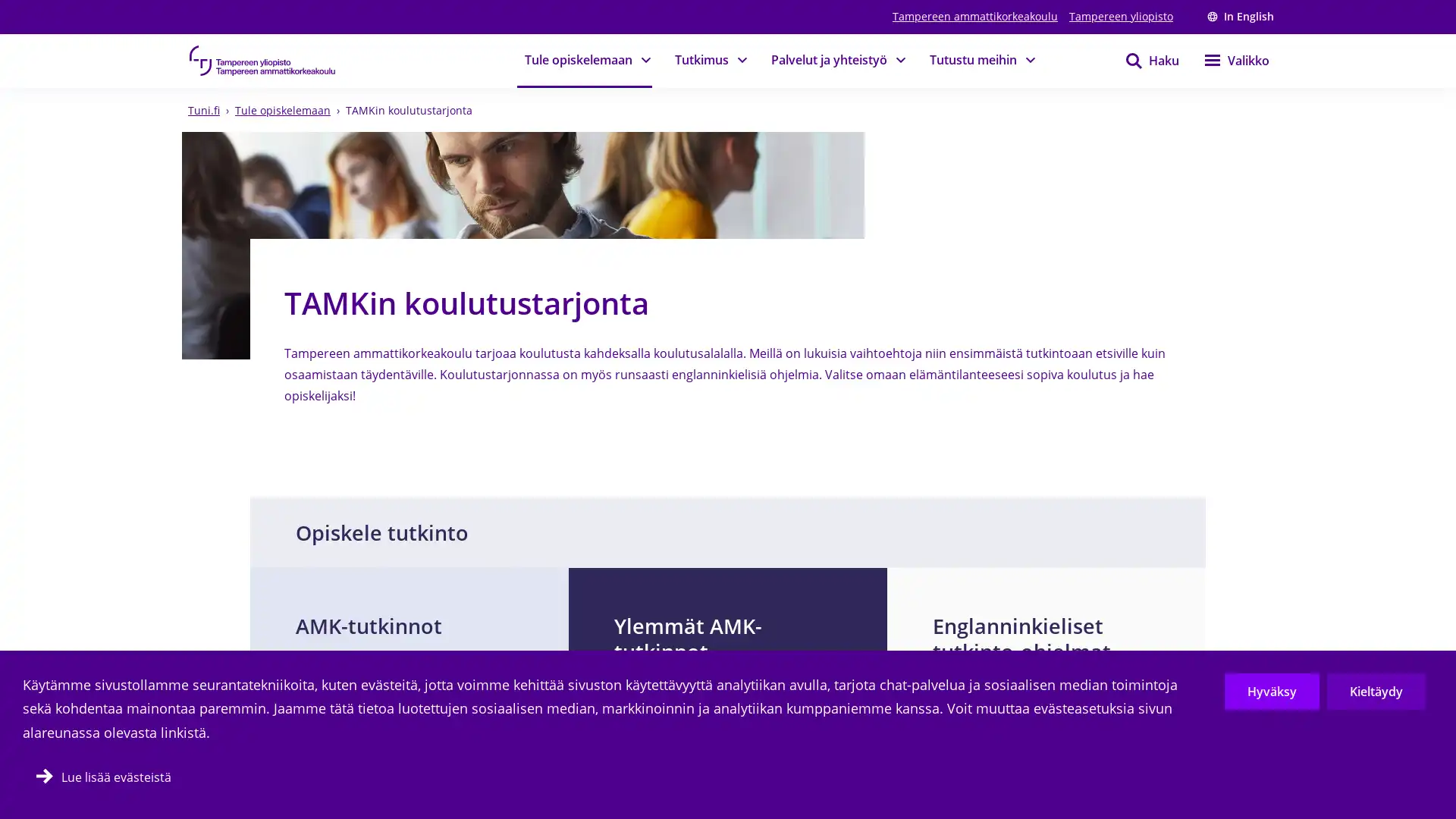  Describe the element at coordinates (1236, 60) in the screenshot. I see `Valikko` at that location.